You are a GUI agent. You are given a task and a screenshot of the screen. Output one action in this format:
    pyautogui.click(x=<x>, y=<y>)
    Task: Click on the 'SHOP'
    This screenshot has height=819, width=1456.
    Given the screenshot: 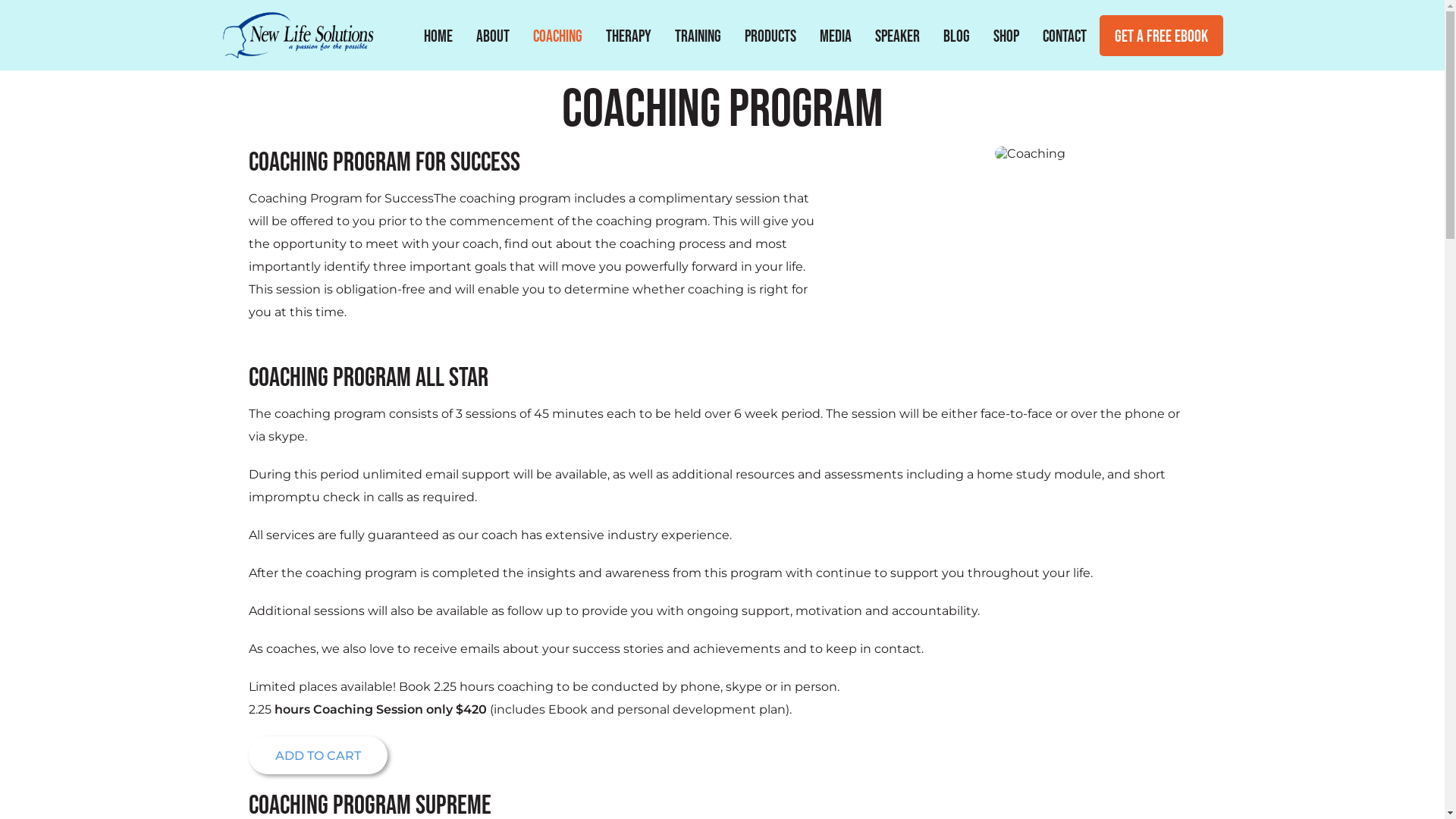 What is the action you would take?
    pyautogui.click(x=1005, y=34)
    